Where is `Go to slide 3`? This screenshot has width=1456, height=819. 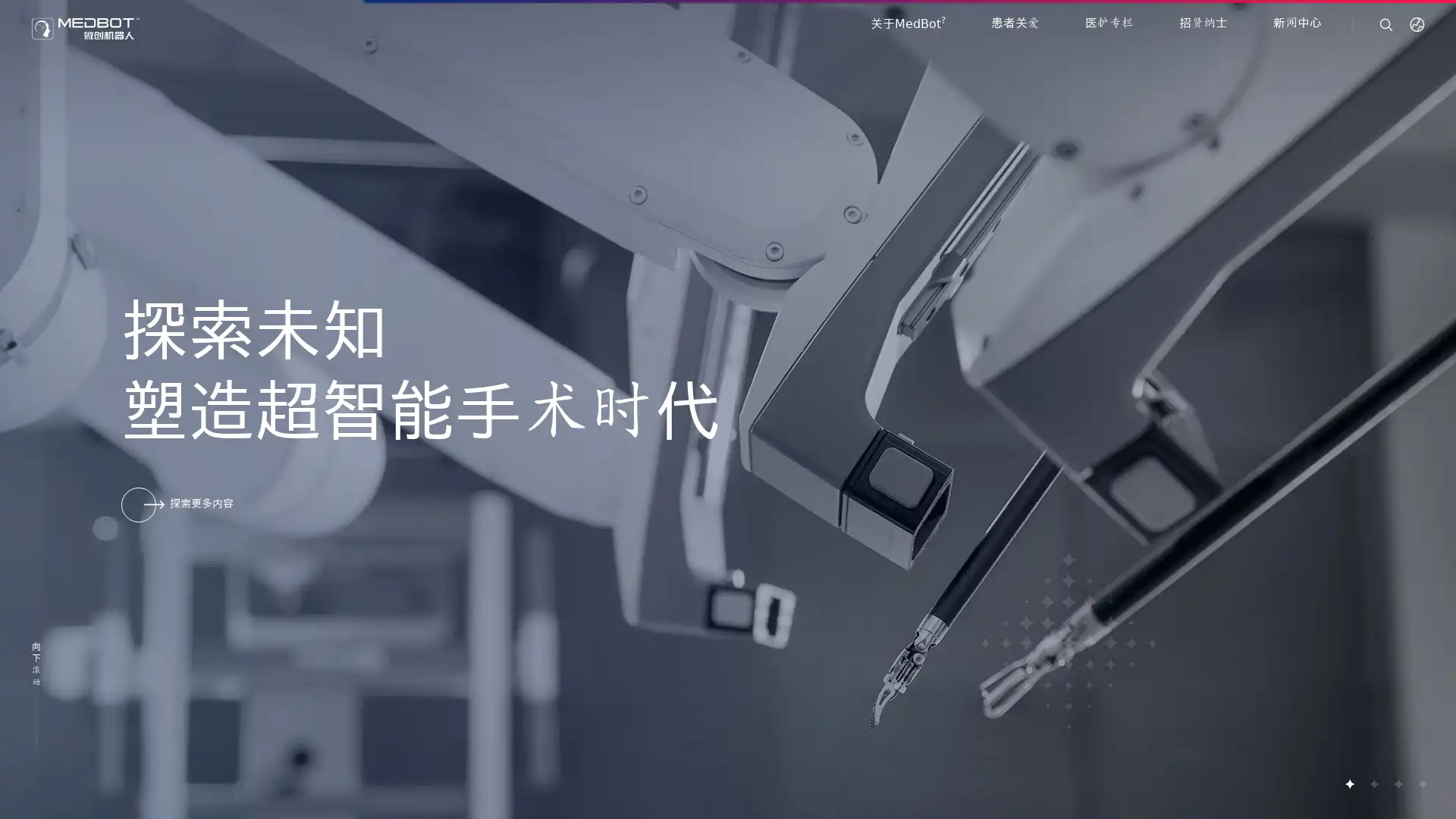 Go to slide 3 is located at coordinates (1397, 783).